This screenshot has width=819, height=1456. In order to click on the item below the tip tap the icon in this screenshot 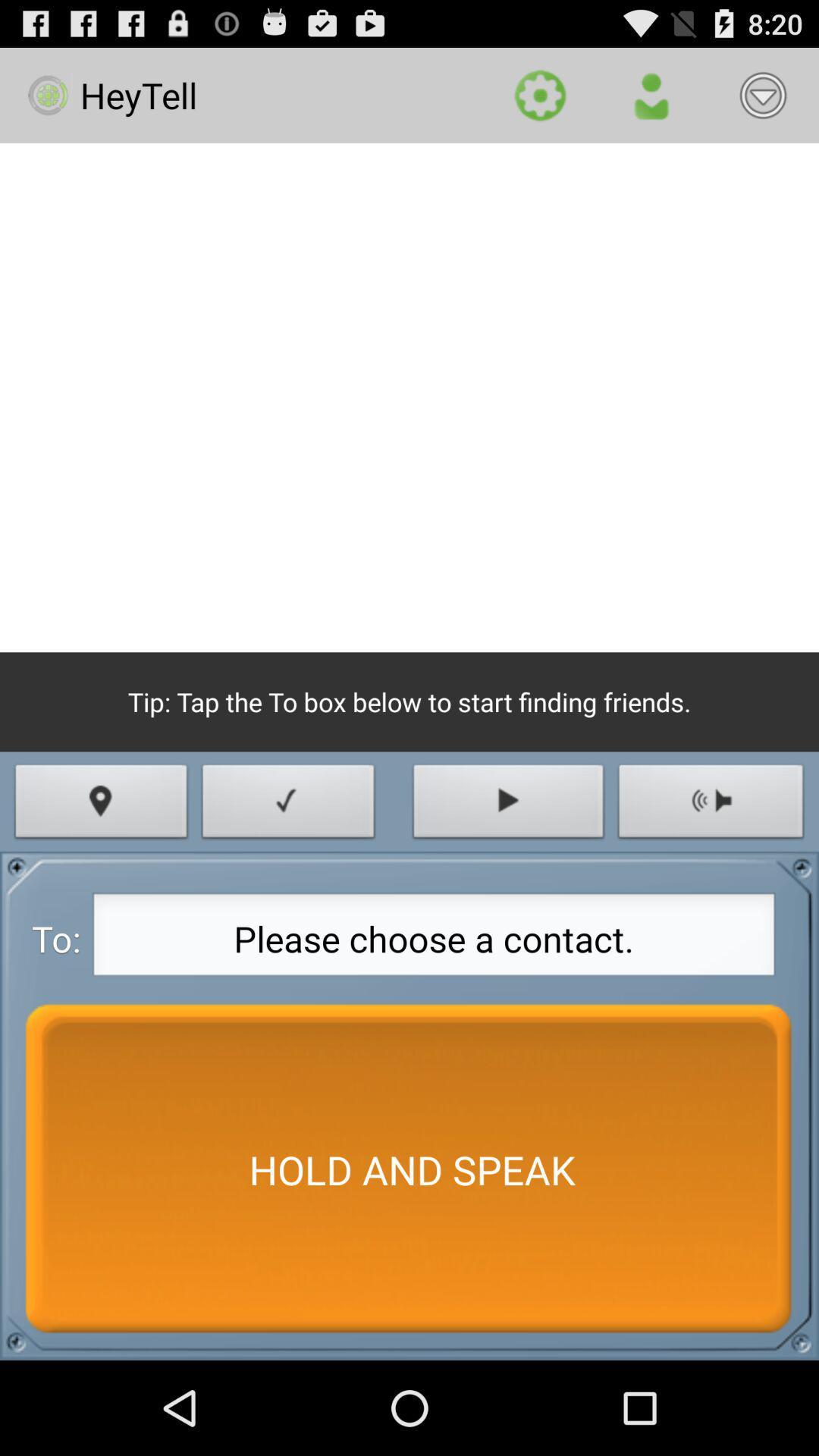, I will do `click(101, 805)`.